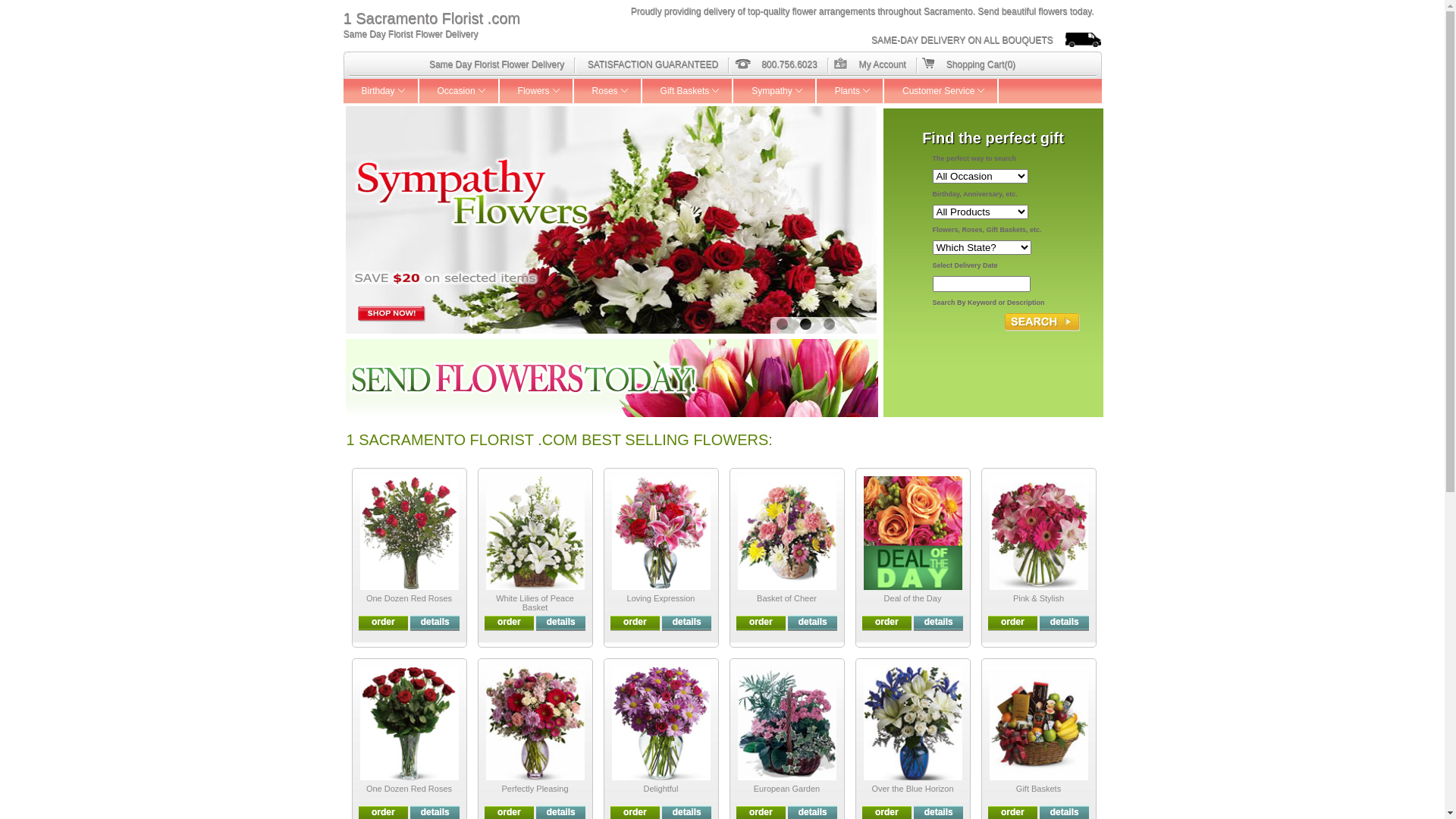 The image size is (1456, 819). Describe the element at coordinates (757, 598) in the screenshot. I see `'Basket of Cheer'` at that location.